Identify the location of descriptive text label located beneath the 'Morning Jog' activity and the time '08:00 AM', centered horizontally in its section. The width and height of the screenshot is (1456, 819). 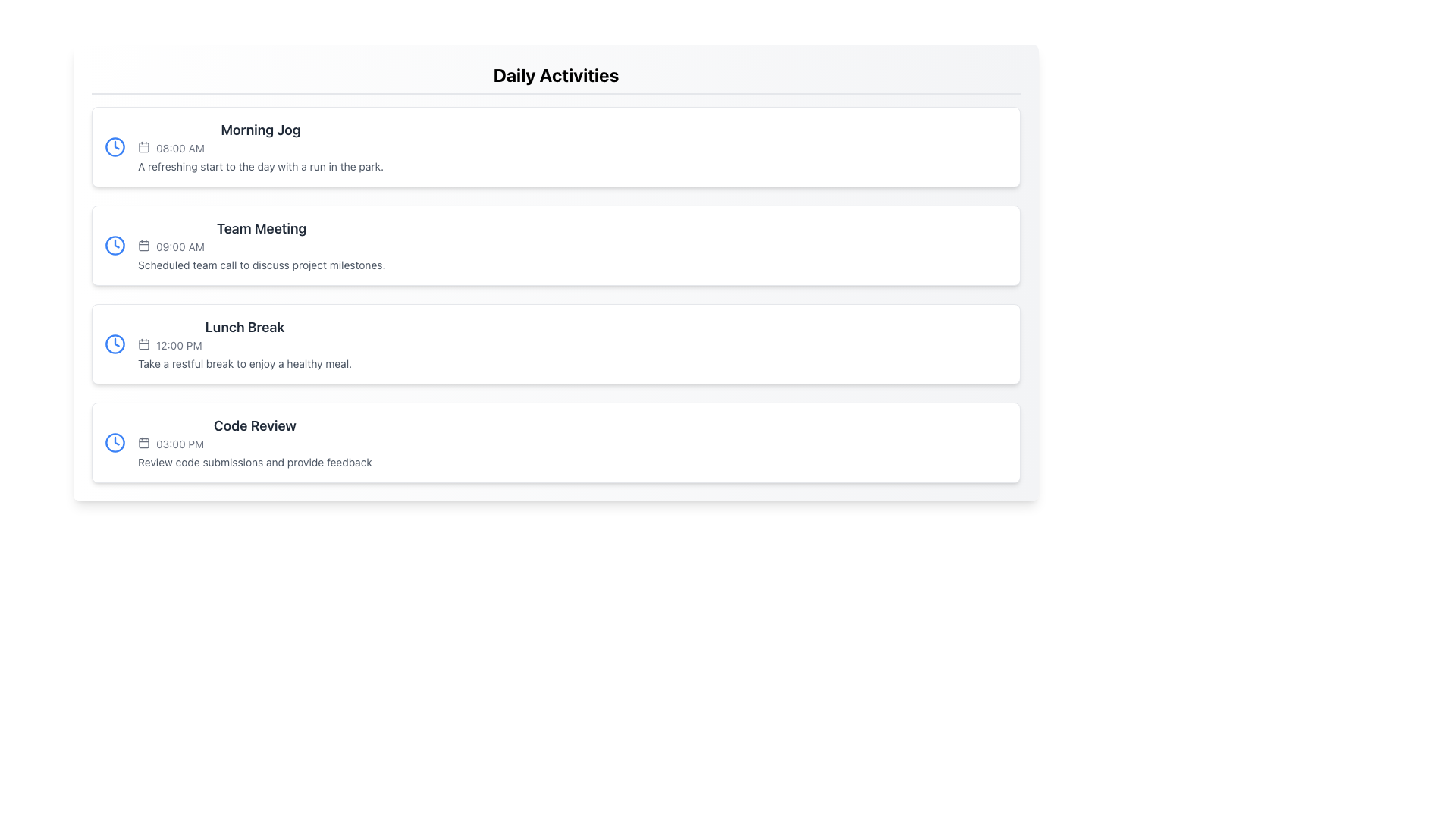
(261, 166).